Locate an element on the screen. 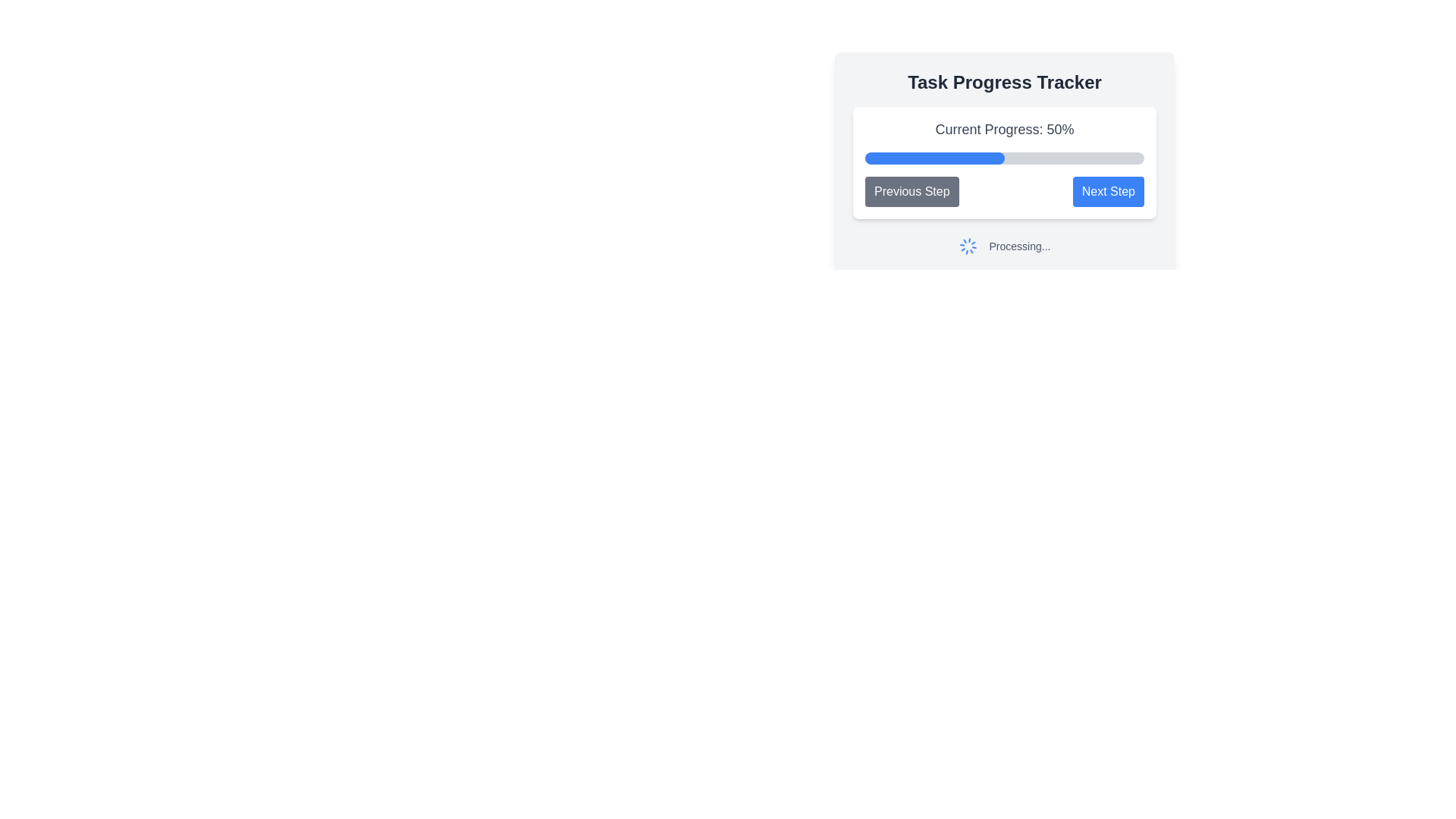 The width and height of the screenshot is (1456, 819). the 'Next Step' button, which is a rectangular button with white text on a blue background is located at coordinates (1108, 191).